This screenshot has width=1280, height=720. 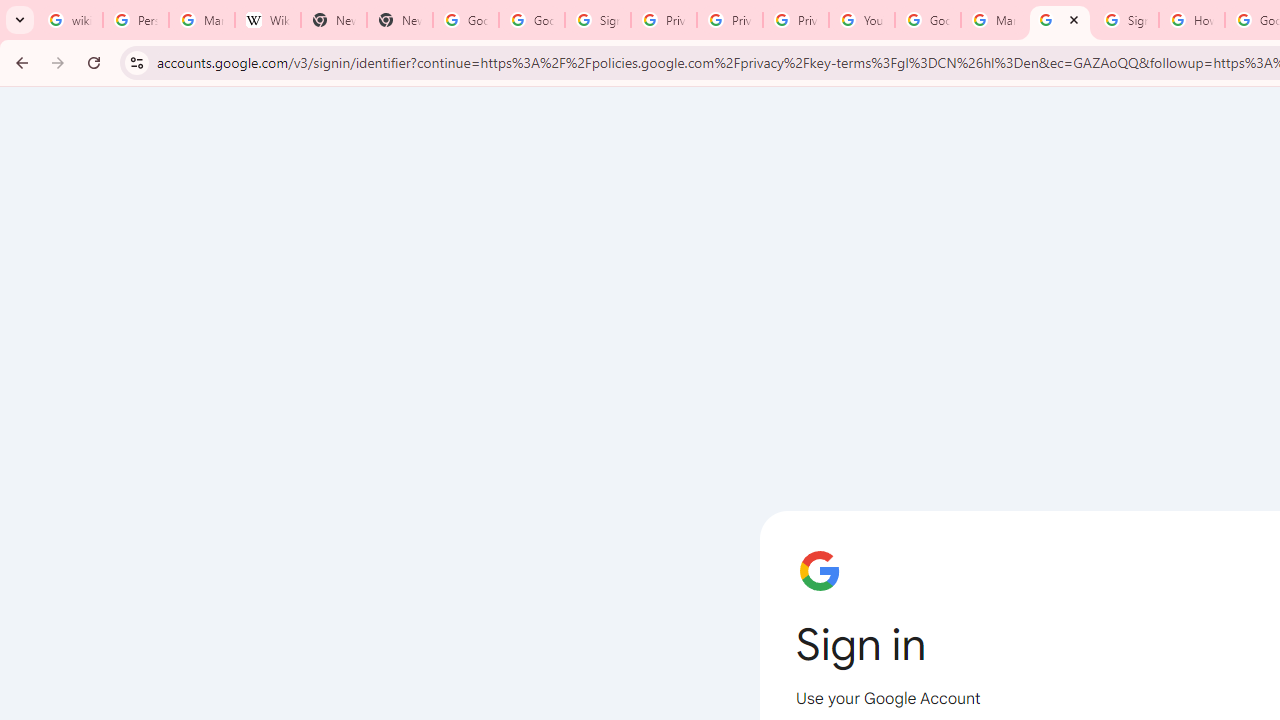 What do you see at coordinates (267, 20) in the screenshot?
I see `'Wikipedia:Edit requests - Wikipedia'` at bounding box center [267, 20].